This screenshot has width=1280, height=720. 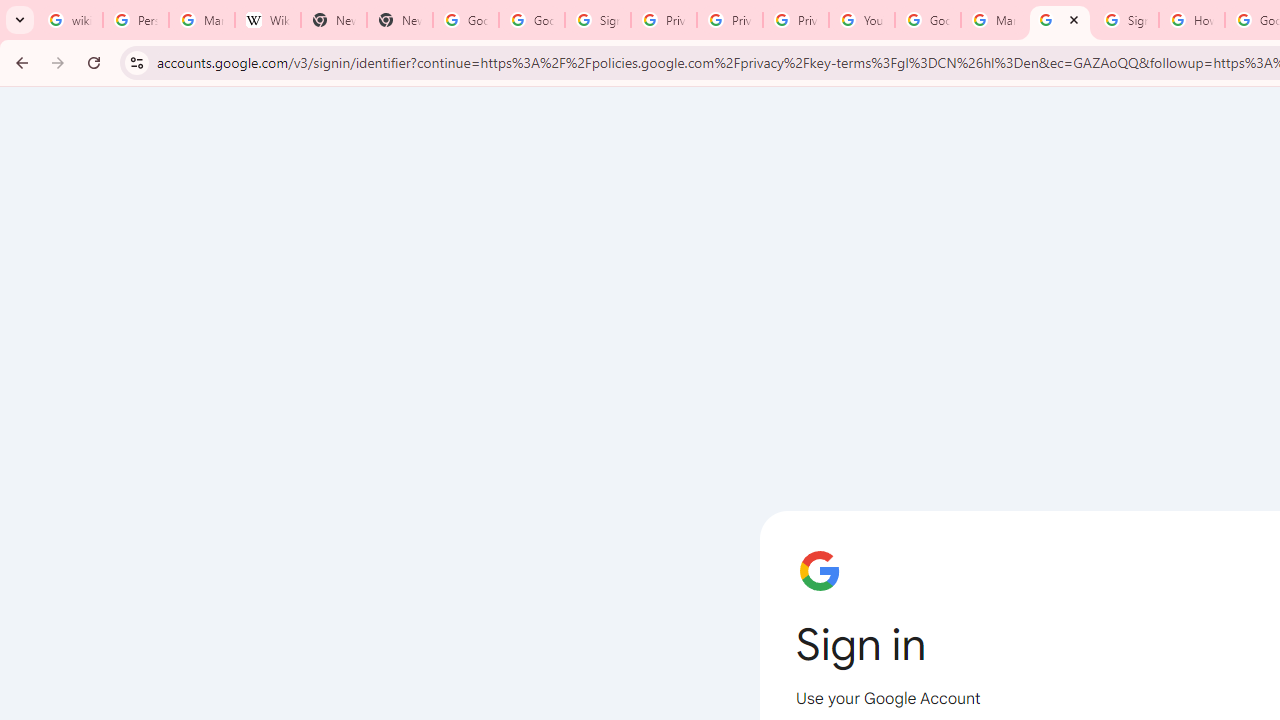 What do you see at coordinates (267, 20) in the screenshot?
I see `'Wikipedia:Edit requests - Wikipedia'` at bounding box center [267, 20].